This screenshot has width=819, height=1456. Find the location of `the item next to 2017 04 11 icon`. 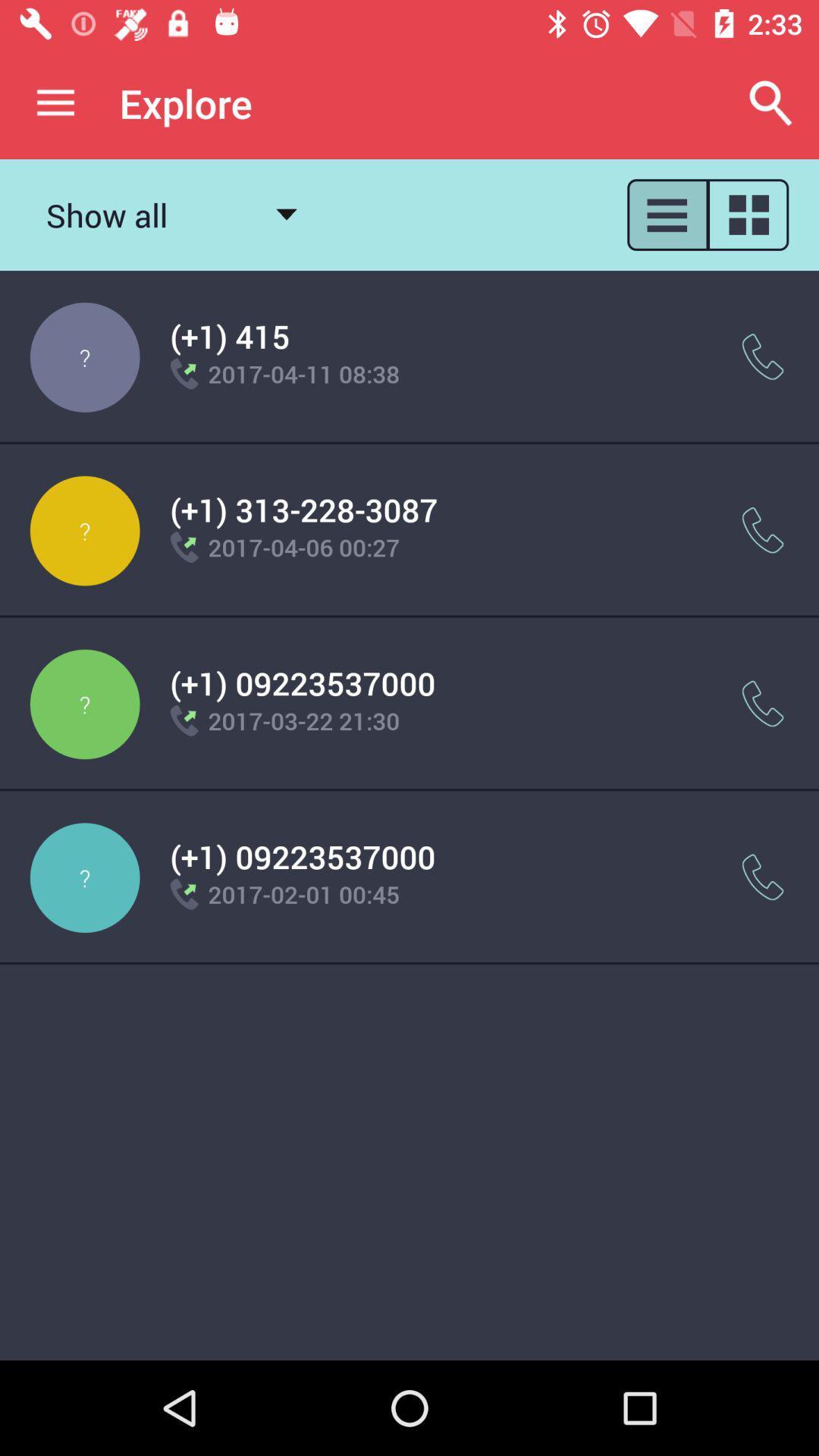

the item next to 2017 04 11 icon is located at coordinates (763, 356).